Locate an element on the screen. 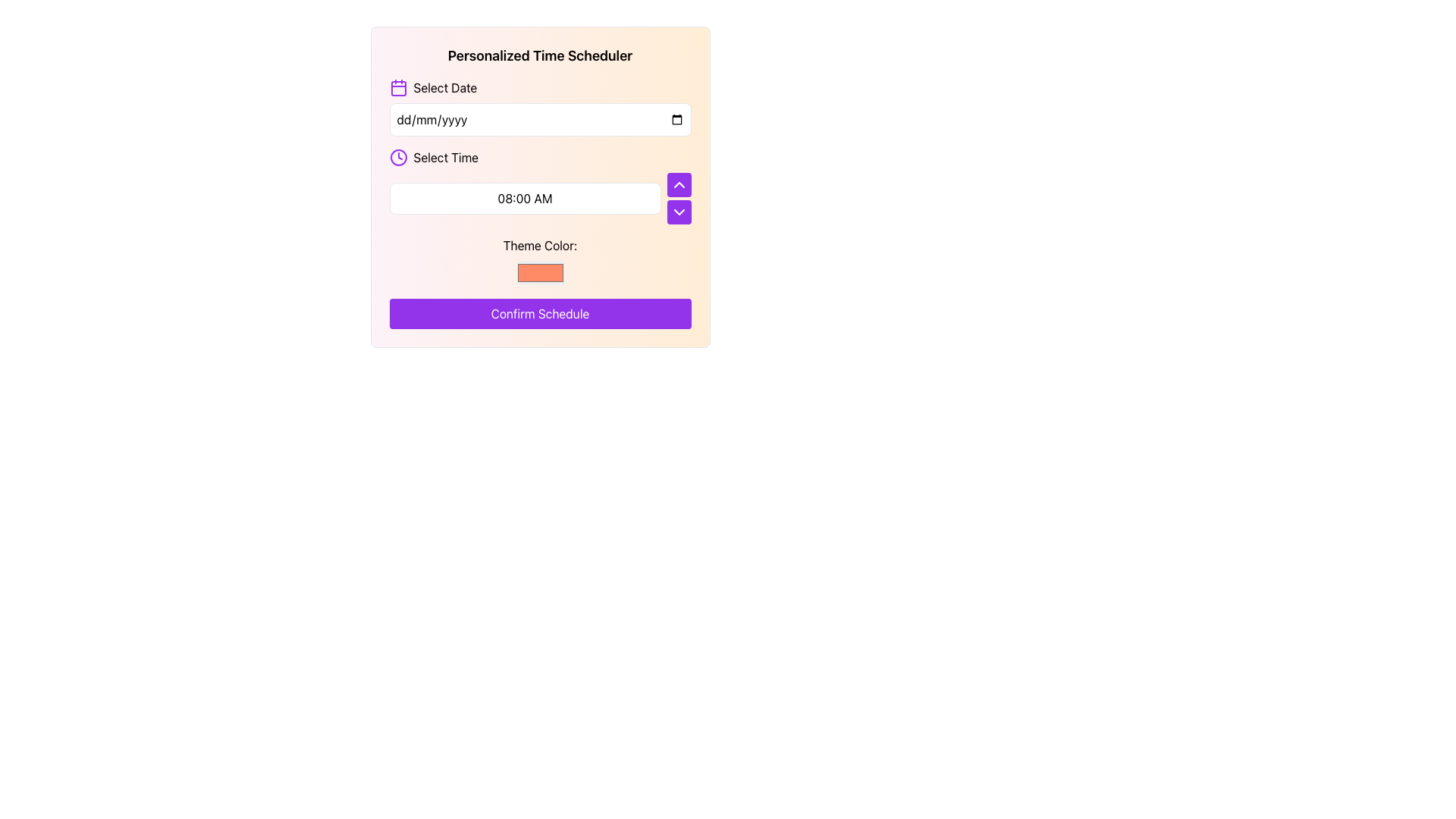 The width and height of the screenshot is (1456, 819). the 'Confirm Schedule' button with a purple background and white text is located at coordinates (540, 312).